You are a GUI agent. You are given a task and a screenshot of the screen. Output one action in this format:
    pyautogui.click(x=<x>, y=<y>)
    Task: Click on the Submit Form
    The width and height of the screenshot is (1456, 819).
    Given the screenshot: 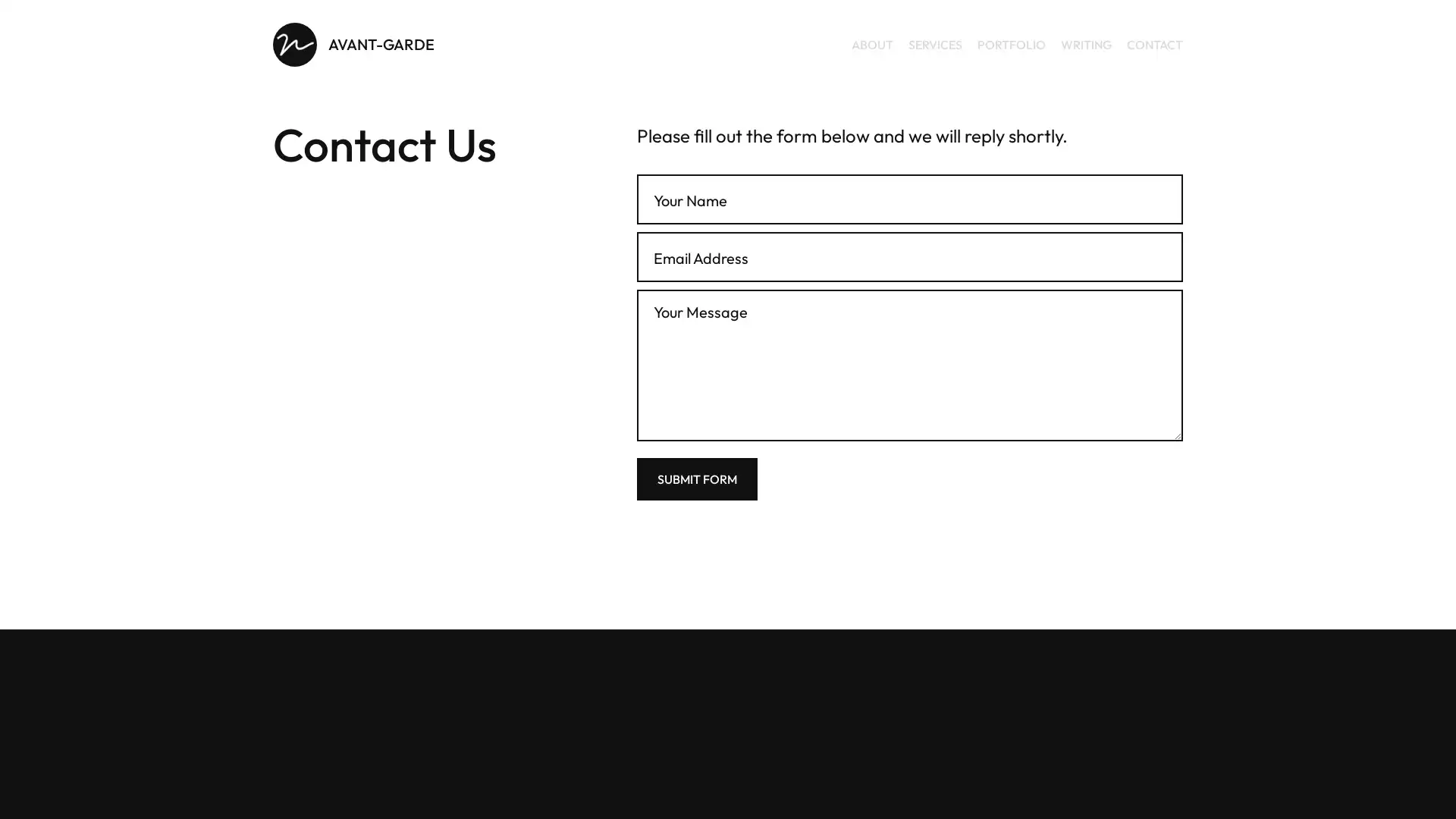 What is the action you would take?
    pyautogui.click(x=696, y=479)
    